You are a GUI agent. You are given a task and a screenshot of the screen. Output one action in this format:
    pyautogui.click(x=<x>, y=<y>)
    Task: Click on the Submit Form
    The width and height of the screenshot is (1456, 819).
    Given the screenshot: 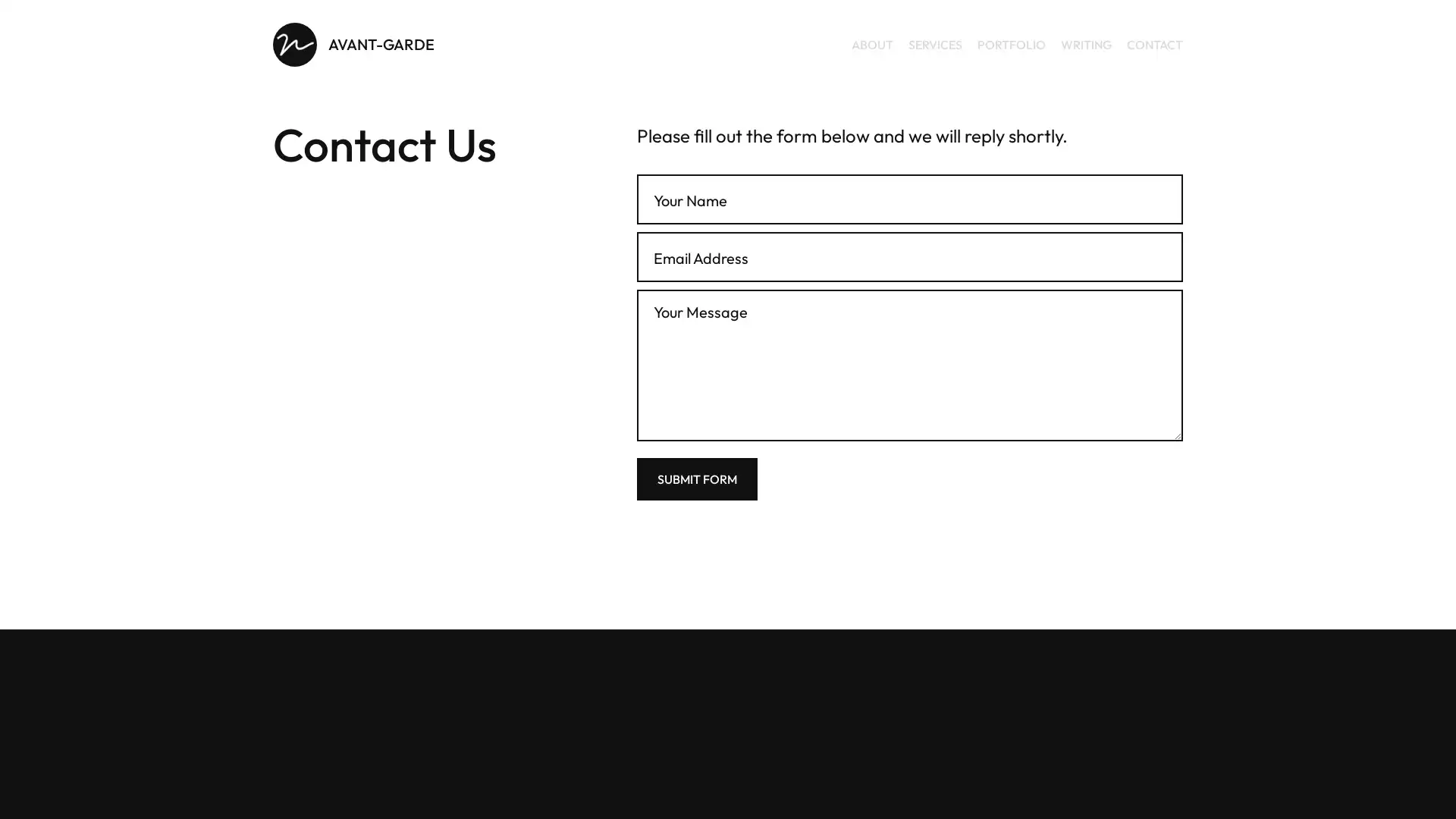 What is the action you would take?
    pyautogui.click(x=696, y=479)
    